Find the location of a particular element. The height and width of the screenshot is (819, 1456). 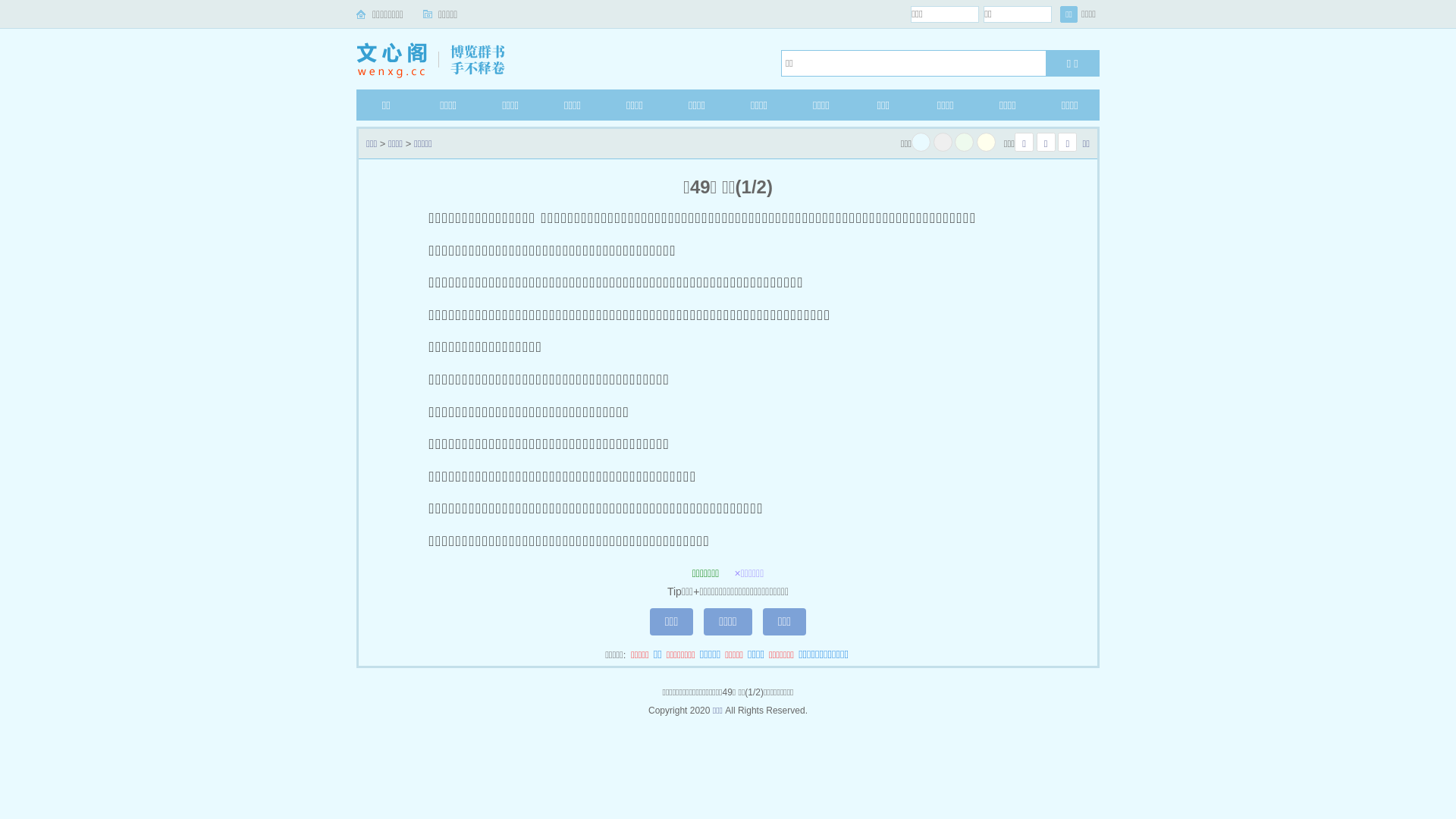

'  ' is located at coordinates (942, 142).